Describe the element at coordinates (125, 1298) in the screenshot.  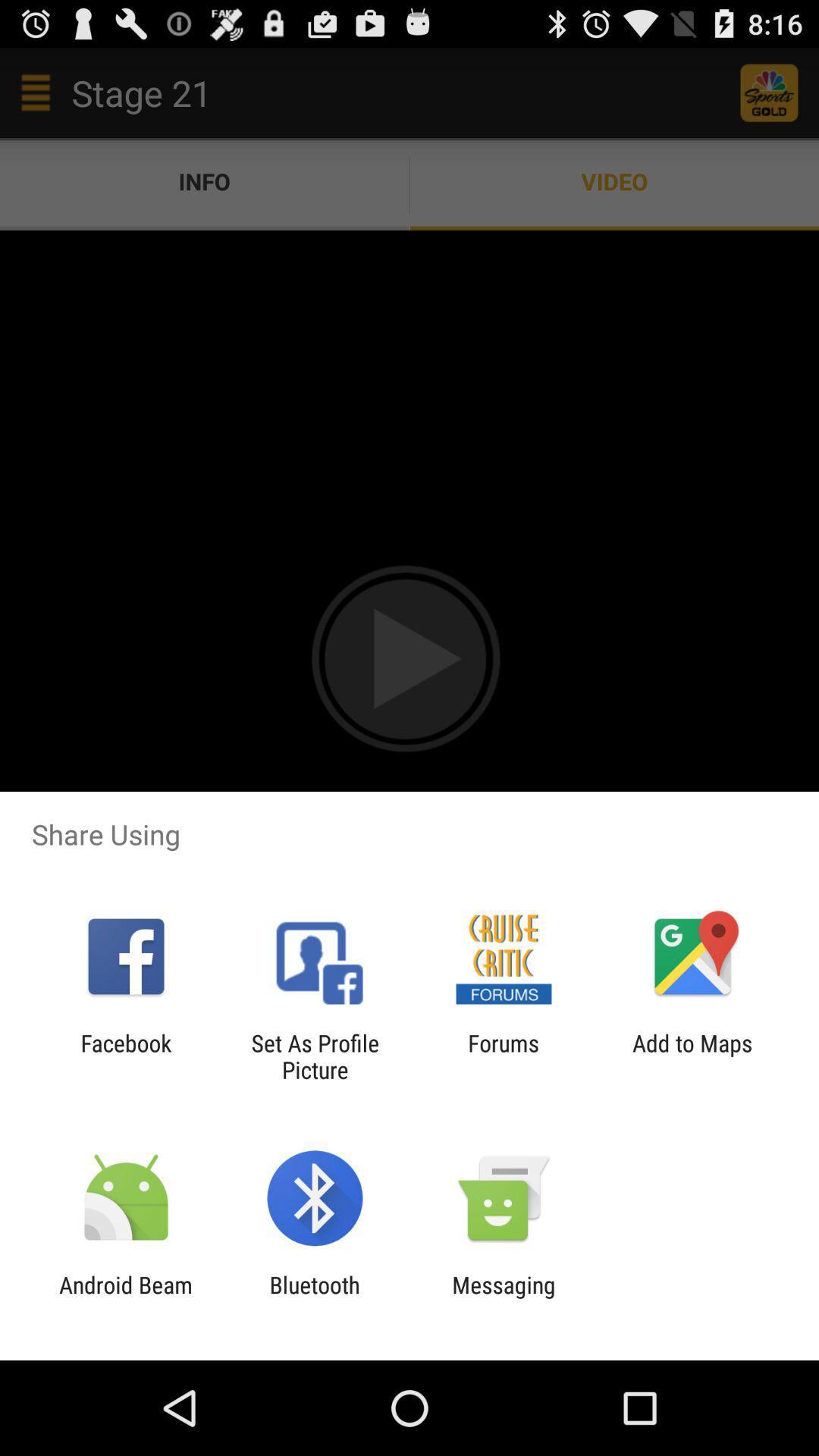
I see `android beam item` at that location.